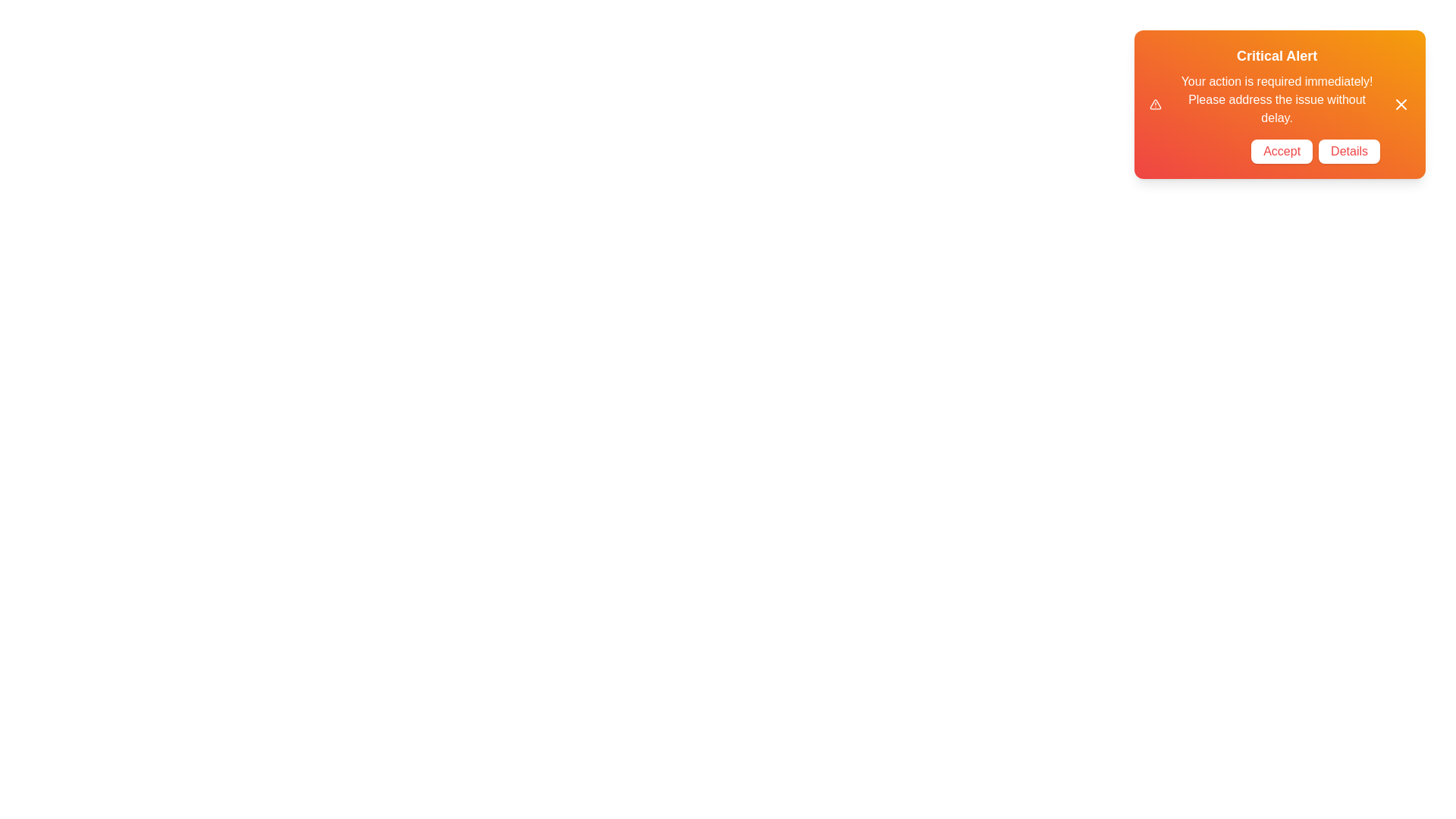 The image size is (1456, 819). What do you see at coordinates (1281, 152) in the screenshot?
I see `the 'Accept' button to acknowledge the alert` at bounding box center [1281, 152].